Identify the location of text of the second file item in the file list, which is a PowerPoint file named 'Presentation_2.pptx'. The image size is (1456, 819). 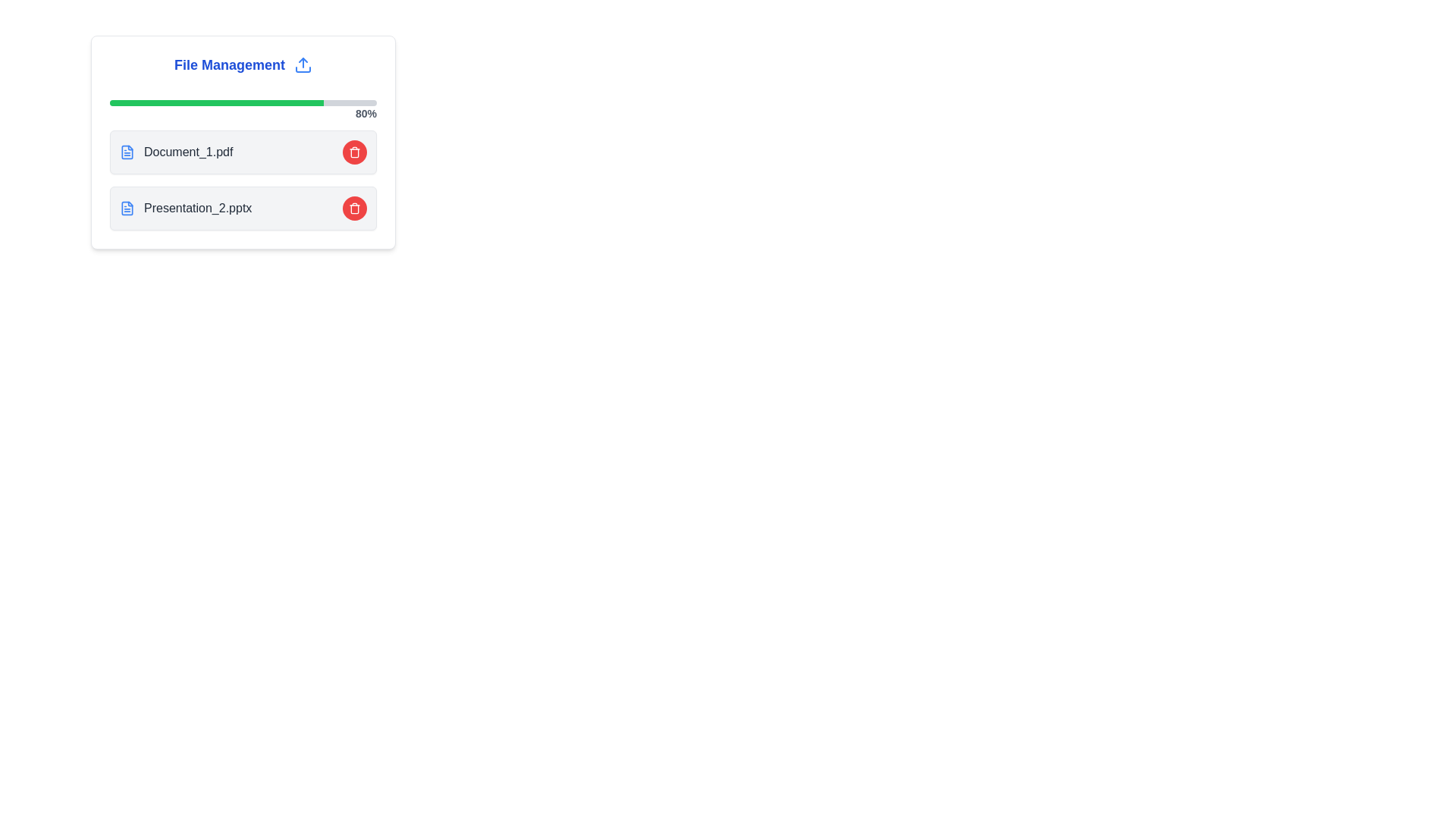
(197, 208).